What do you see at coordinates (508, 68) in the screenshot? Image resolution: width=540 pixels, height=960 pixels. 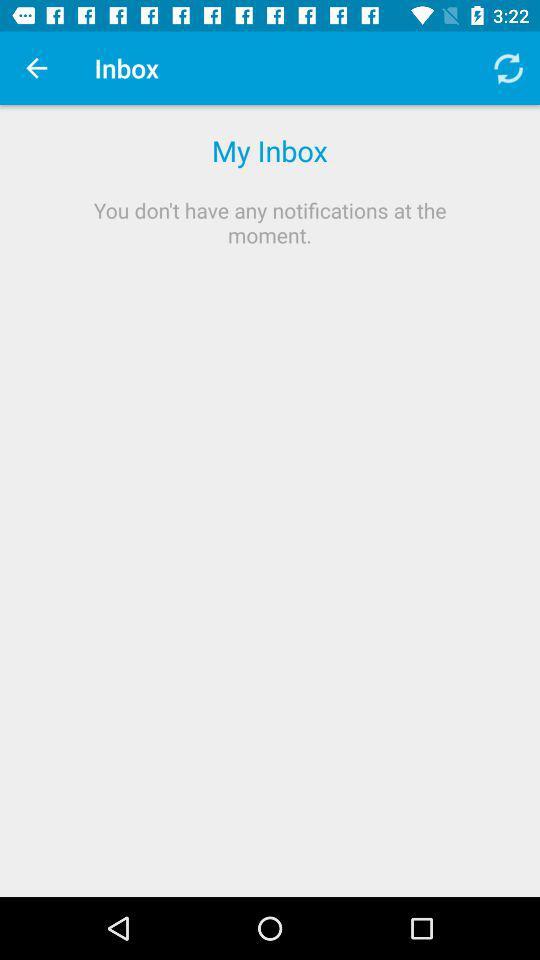 I see `item to the right of inbox item` at bounding box center [508, 68].